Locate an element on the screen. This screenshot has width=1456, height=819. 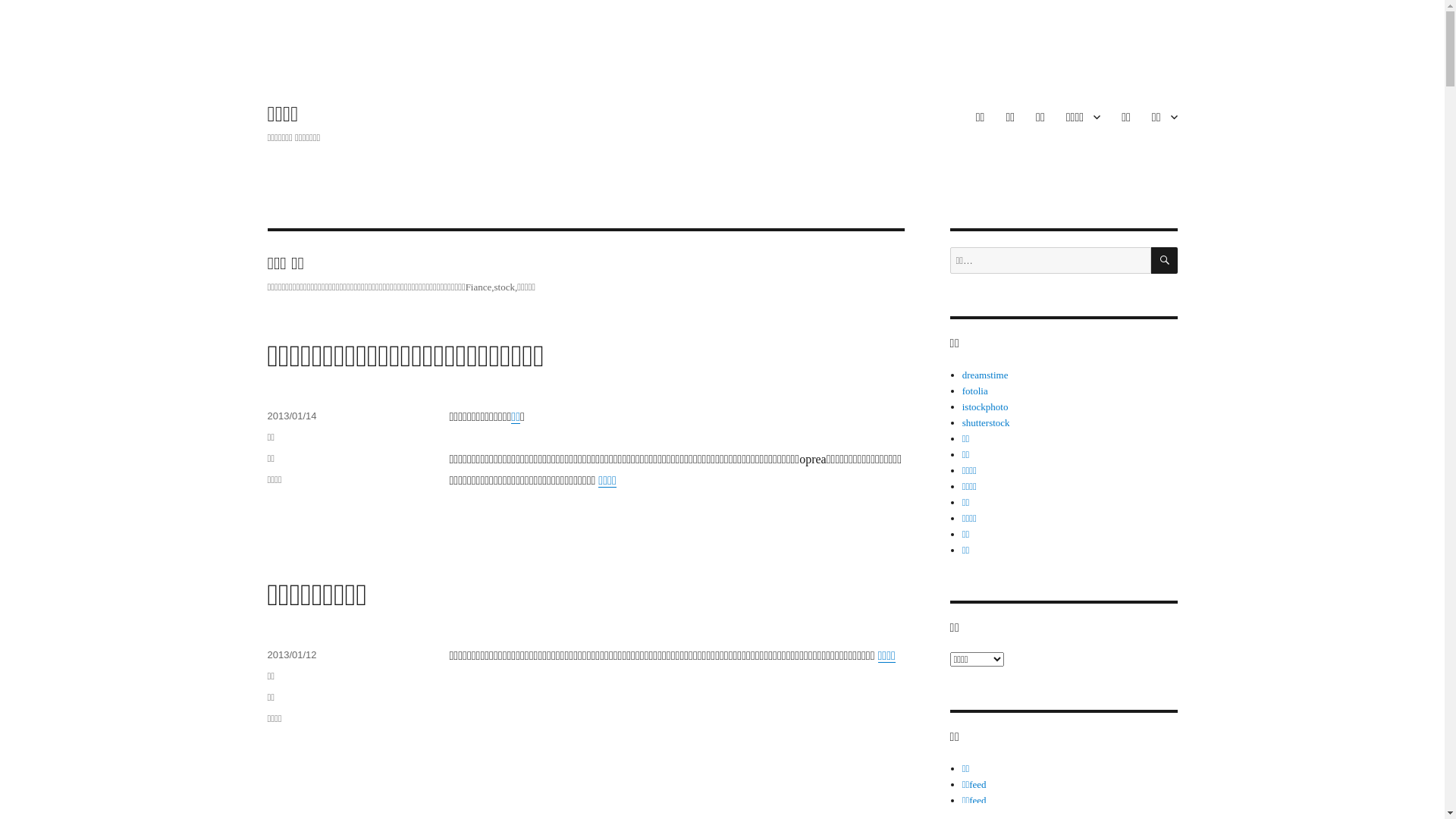
'2013/01/12' is located at coordinates (291, 654).